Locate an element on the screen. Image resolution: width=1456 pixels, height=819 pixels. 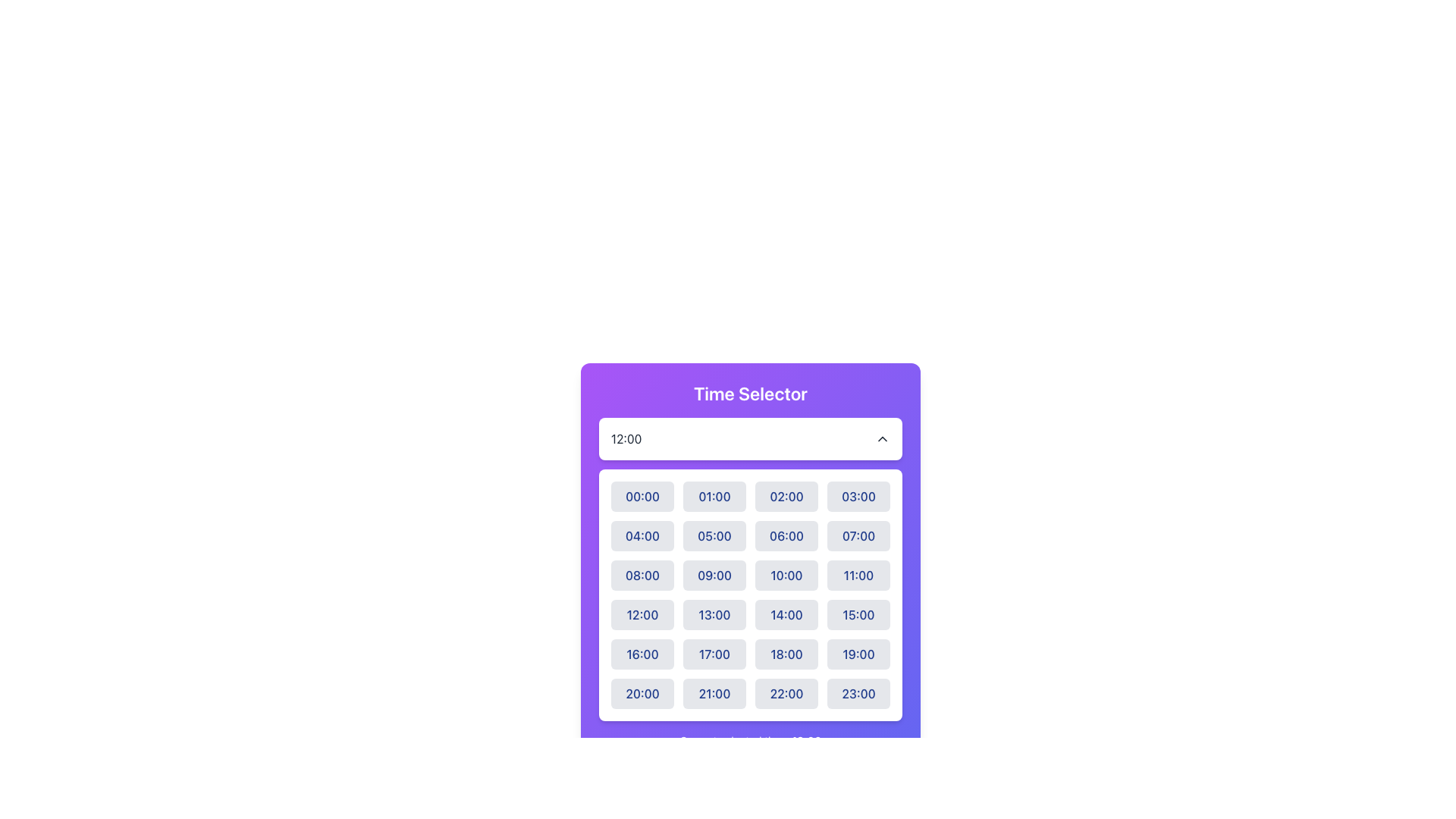
the selection button for the time '21:00' is located at coordinates (714, 693).